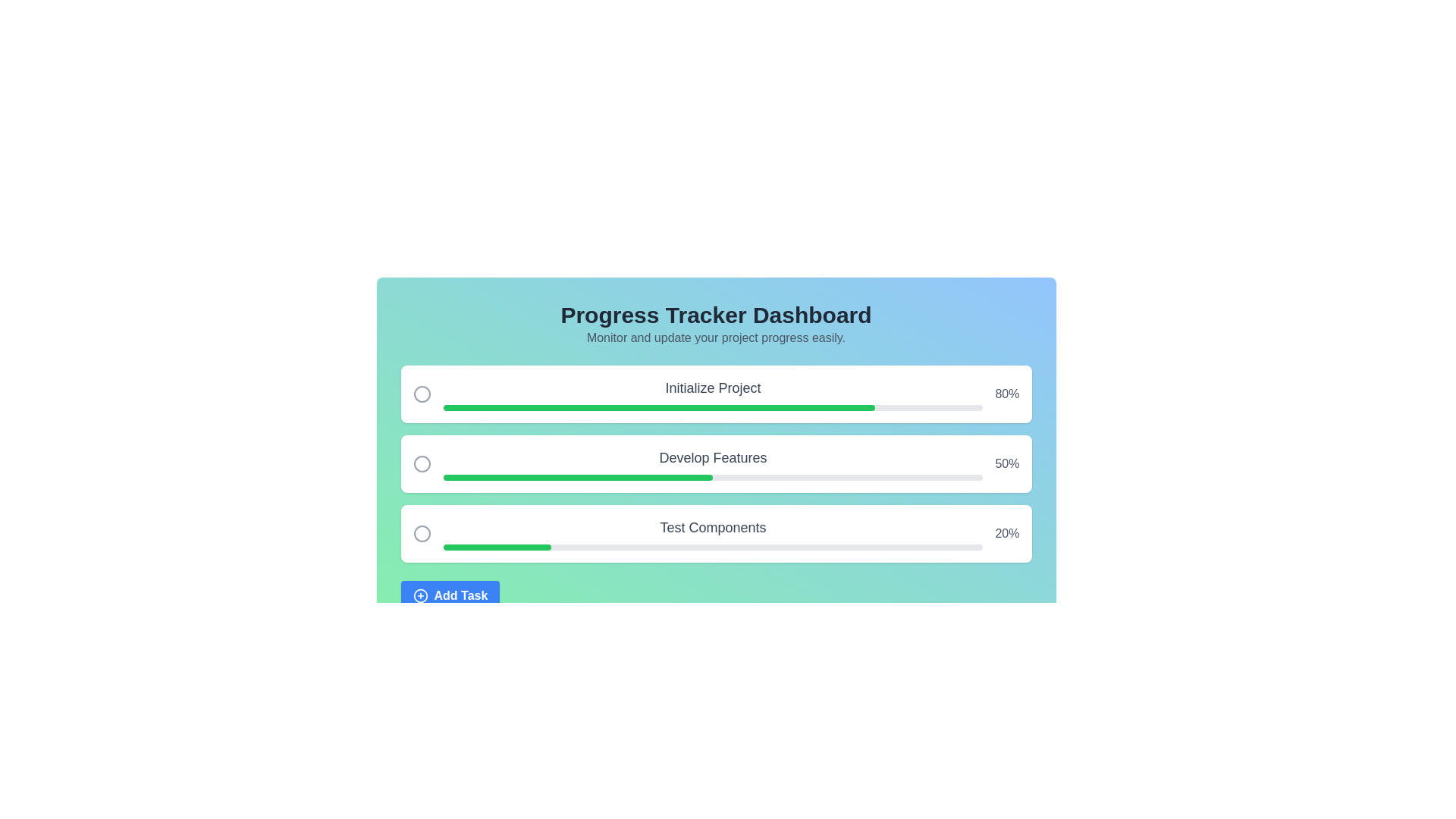 This screenshot has width=1456, height=819. Describe the element at coordinates (712, 526) in the screenshot. I see `the 'Test Components' text label, which is styled with medium-sized gray text and positioned above the associated progress bar within the third progress tracker row` at that location.